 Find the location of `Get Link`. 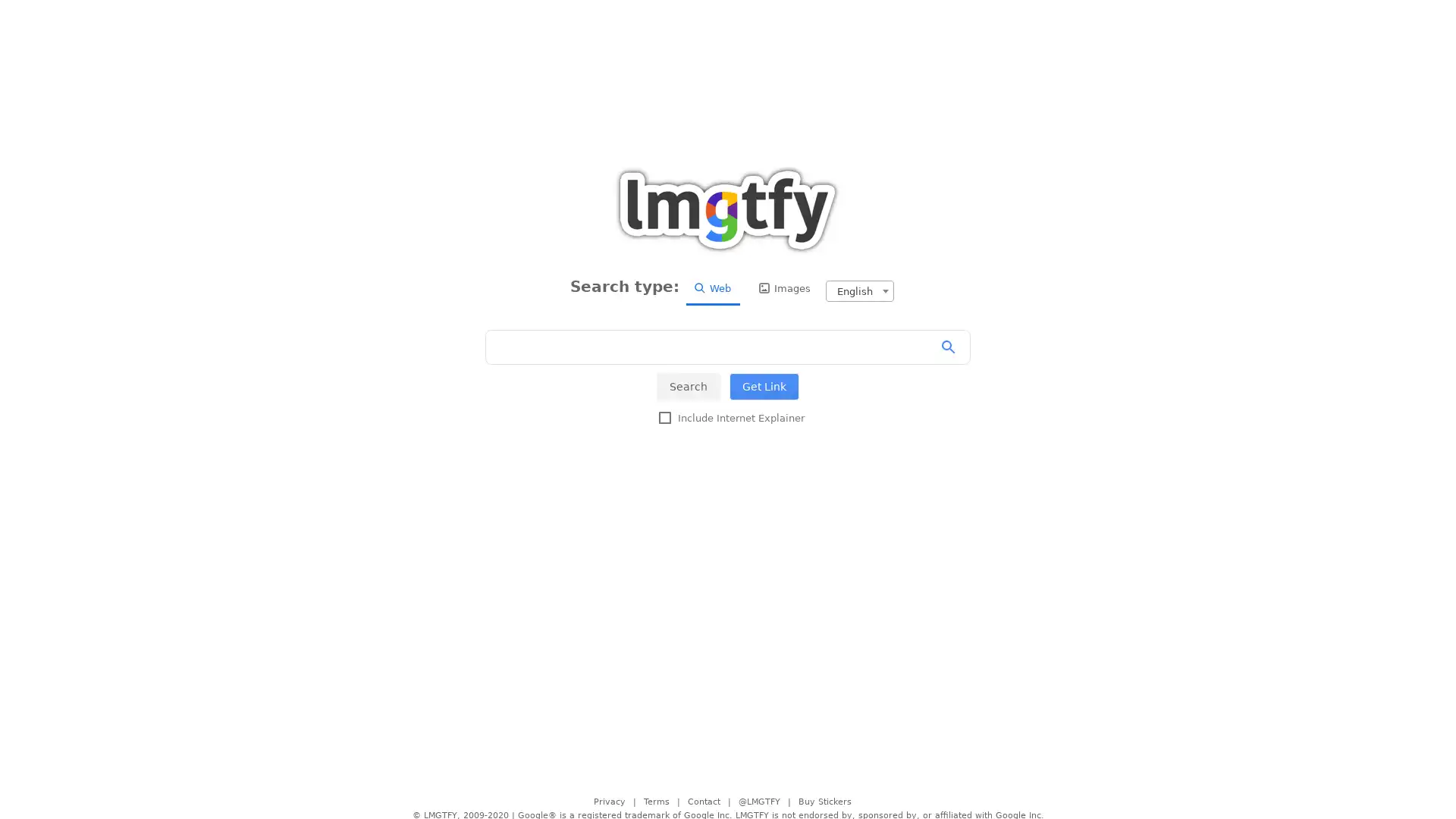

Get Link is located at coordinates (764, 385).